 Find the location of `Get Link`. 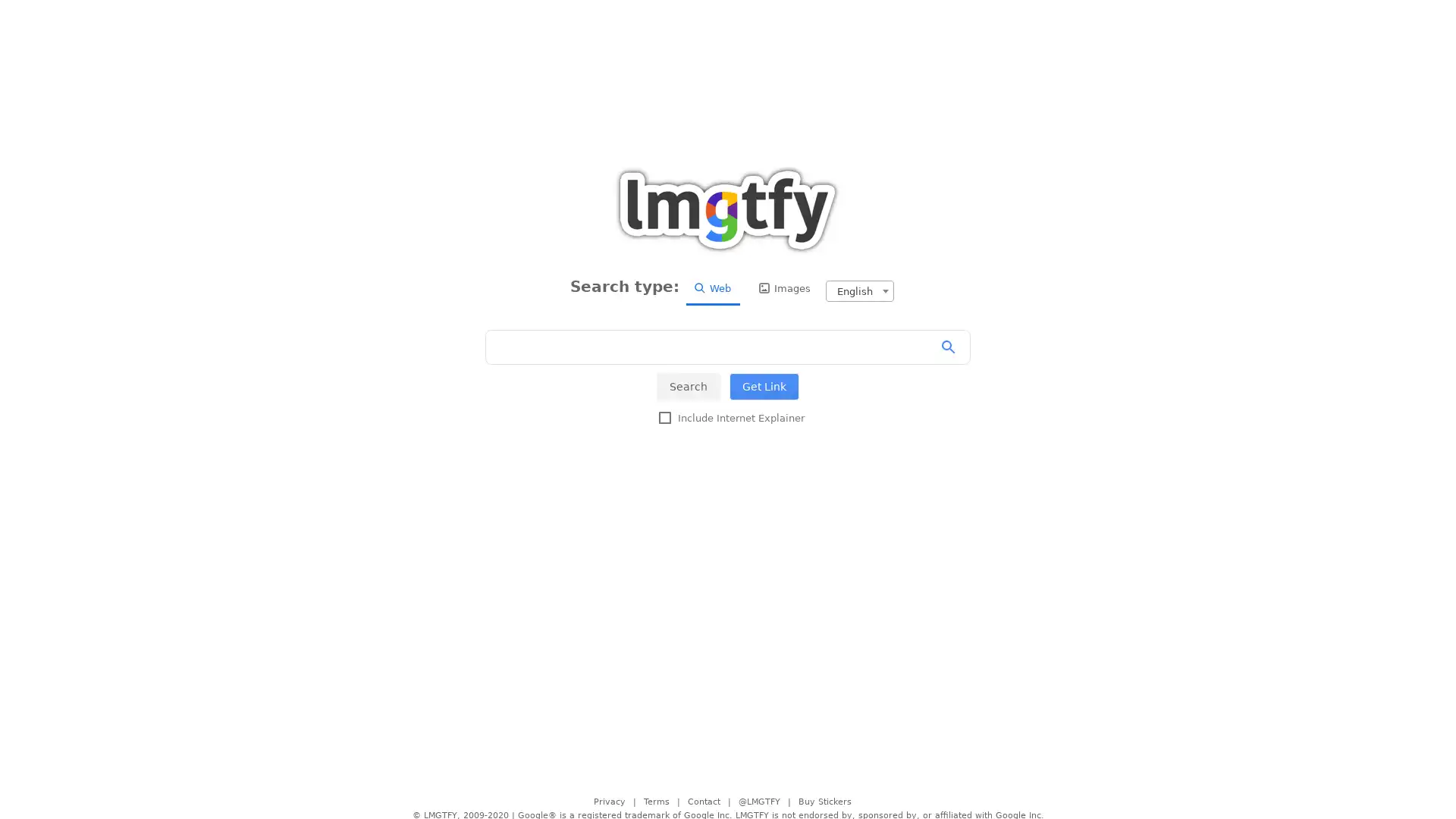

Get Link is located at coordinates (764, 385).